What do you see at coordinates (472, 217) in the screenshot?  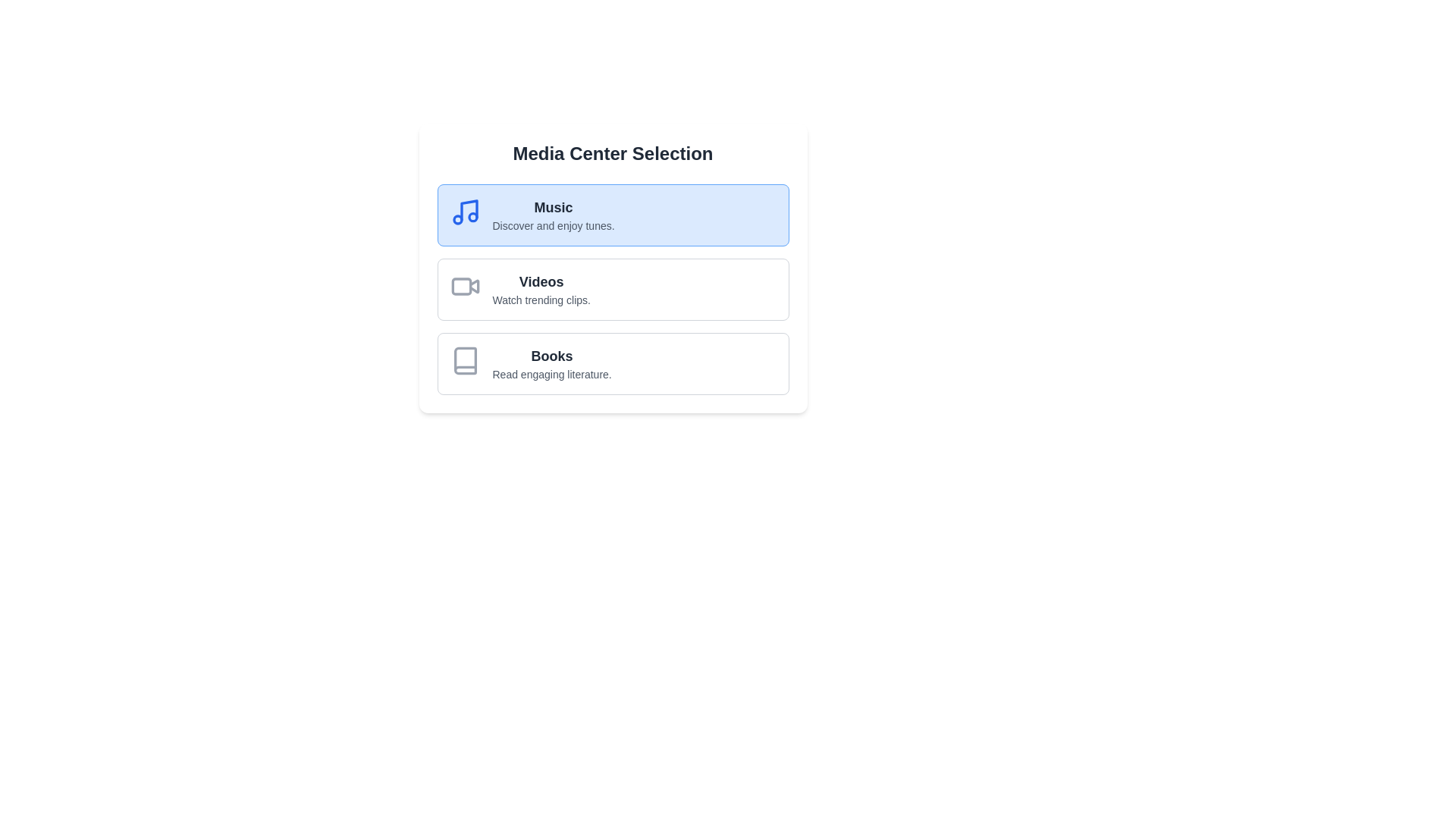 I see `the second circle element of the 'Music' icon located at the upper-left corner of the 'Music' card in the 'Media Center Selection' interface` at bounding box center [472, 217].